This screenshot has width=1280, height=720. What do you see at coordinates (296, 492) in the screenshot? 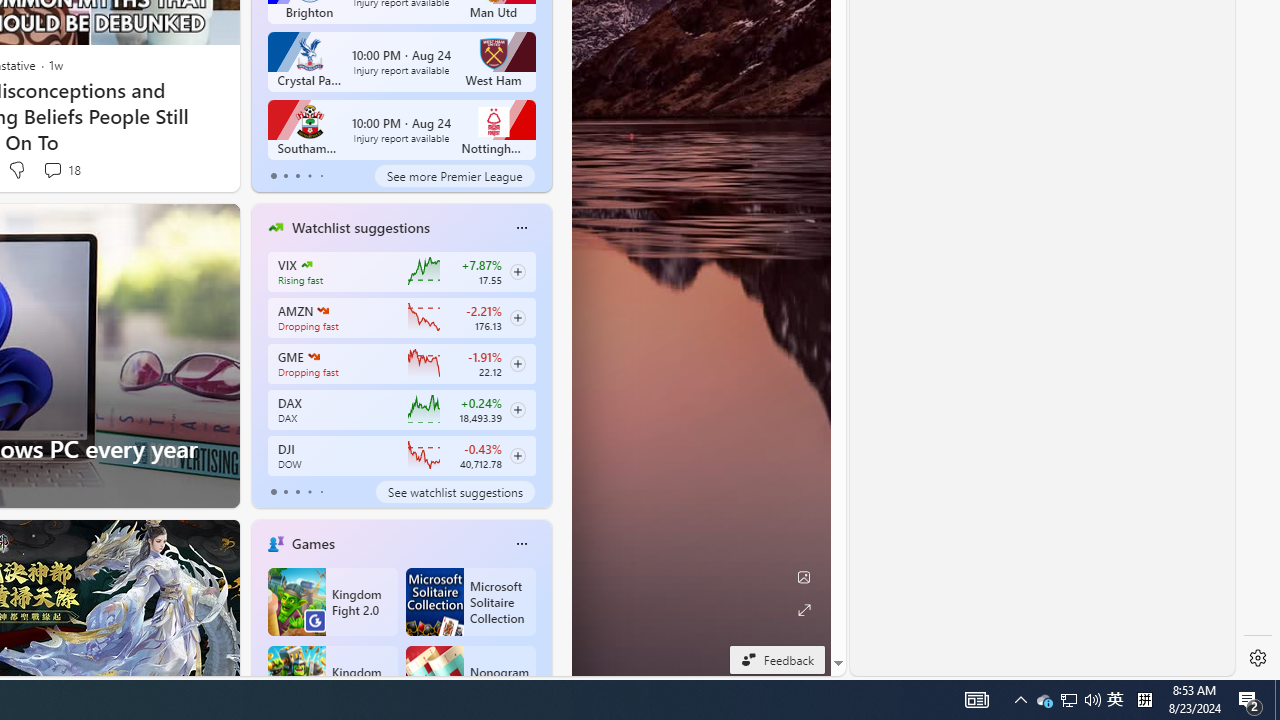
I see `'tab-2'` at bounding box center [296, 492].